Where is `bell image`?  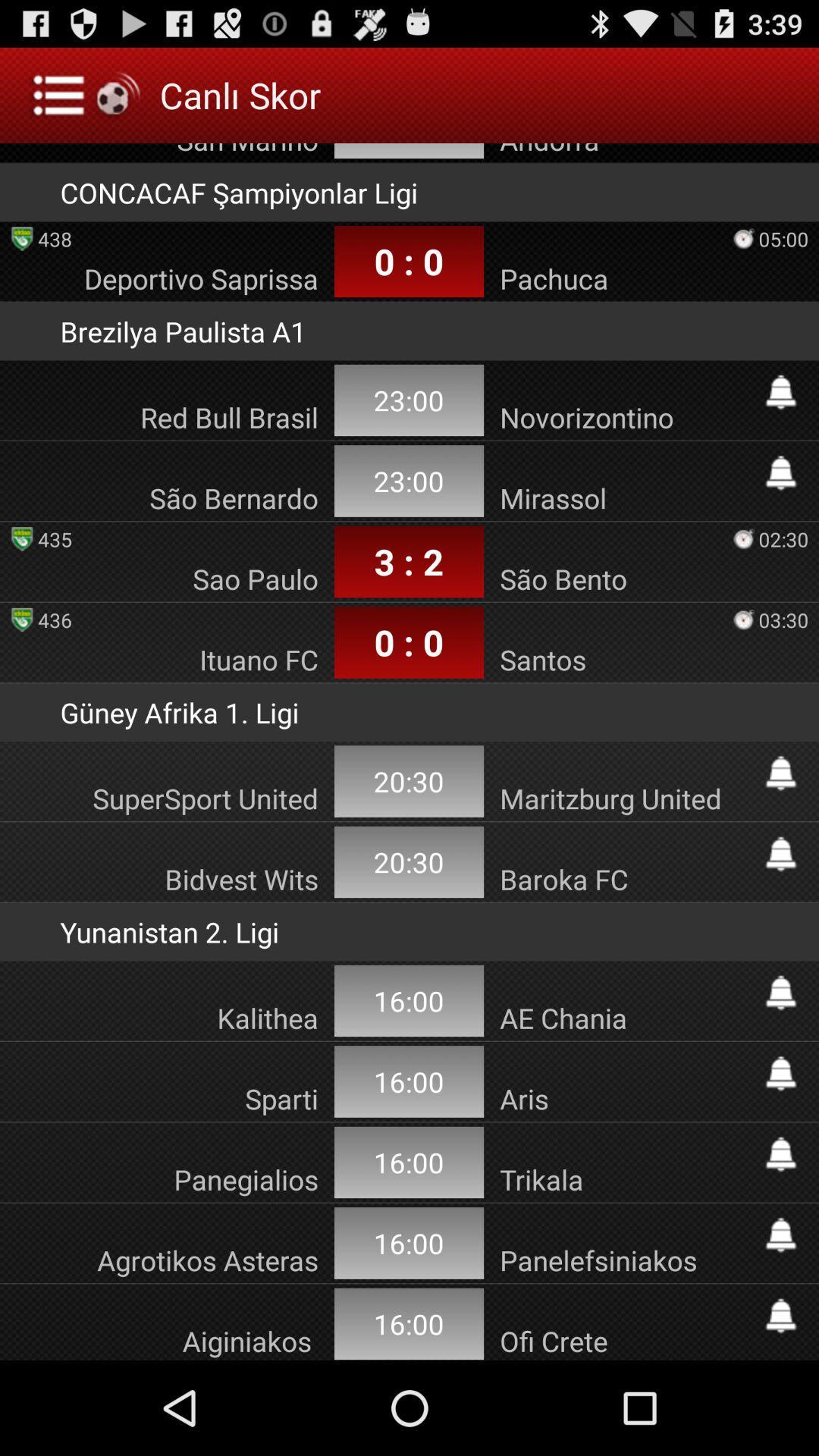
bell image is located at coordinates (780, 993).